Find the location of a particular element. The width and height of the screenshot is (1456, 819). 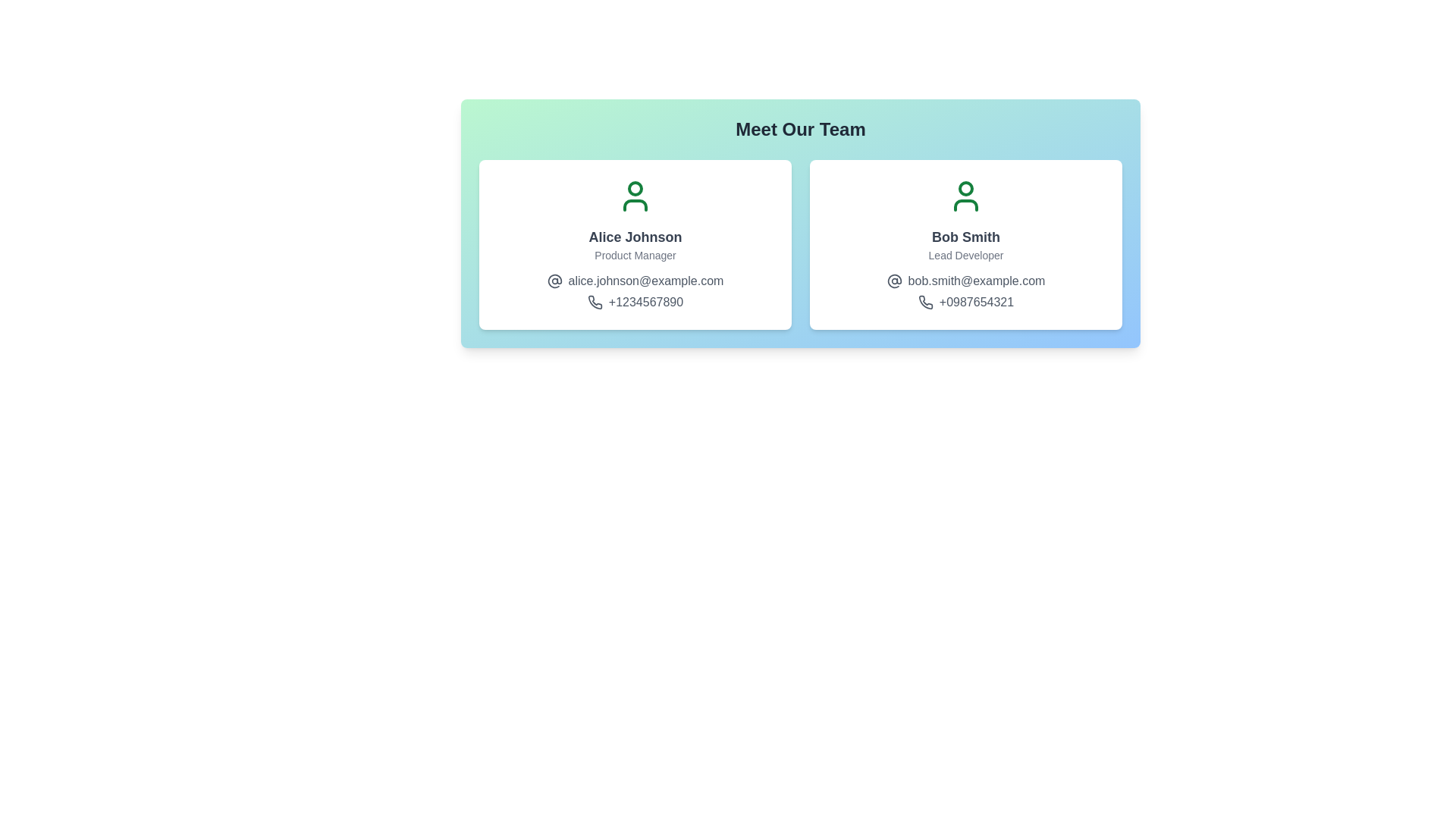

the '@' icon in the email display 'bob.smith@example.com' within the profile card for 'Bob Smith' is located at coordinates (965, 281).